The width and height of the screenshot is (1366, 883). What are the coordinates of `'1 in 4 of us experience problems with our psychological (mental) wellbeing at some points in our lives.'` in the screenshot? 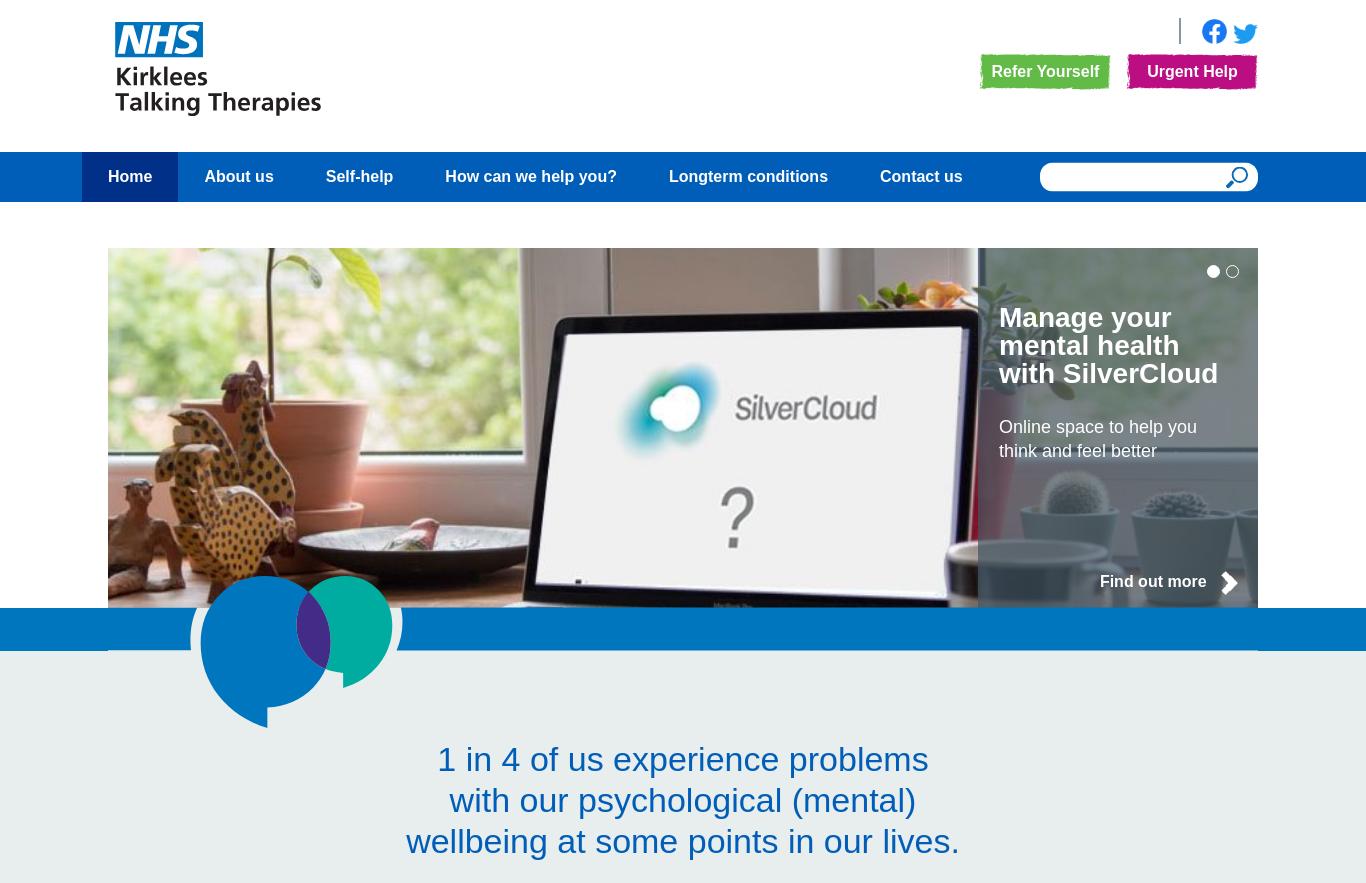 It's located at (681, 798).